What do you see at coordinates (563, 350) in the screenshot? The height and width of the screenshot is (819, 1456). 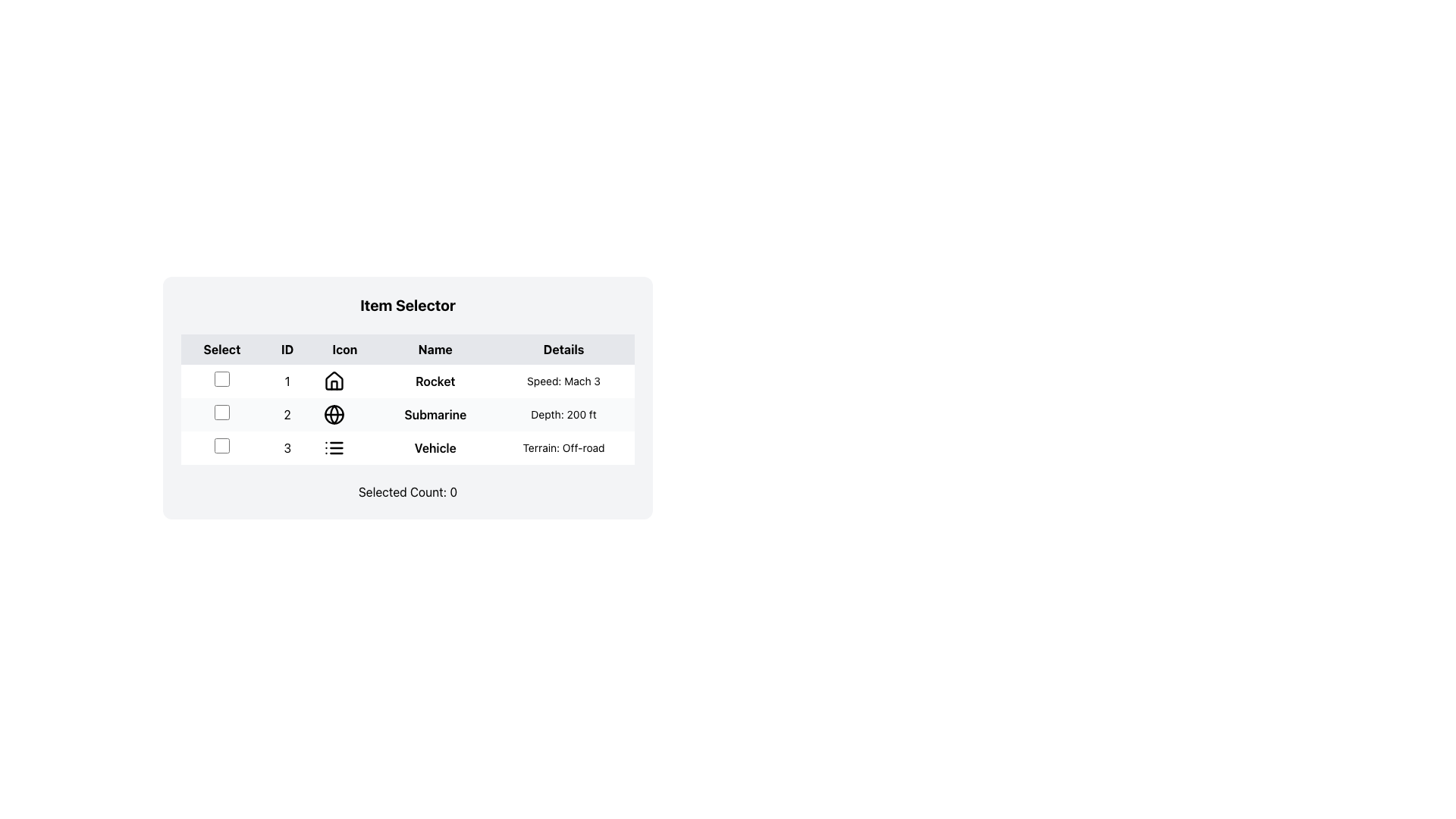 I see `the text label displaying 'Details' in bold, located in the top-right corner of the table header row with a gray background and black text` at bounding box center [563, 350].